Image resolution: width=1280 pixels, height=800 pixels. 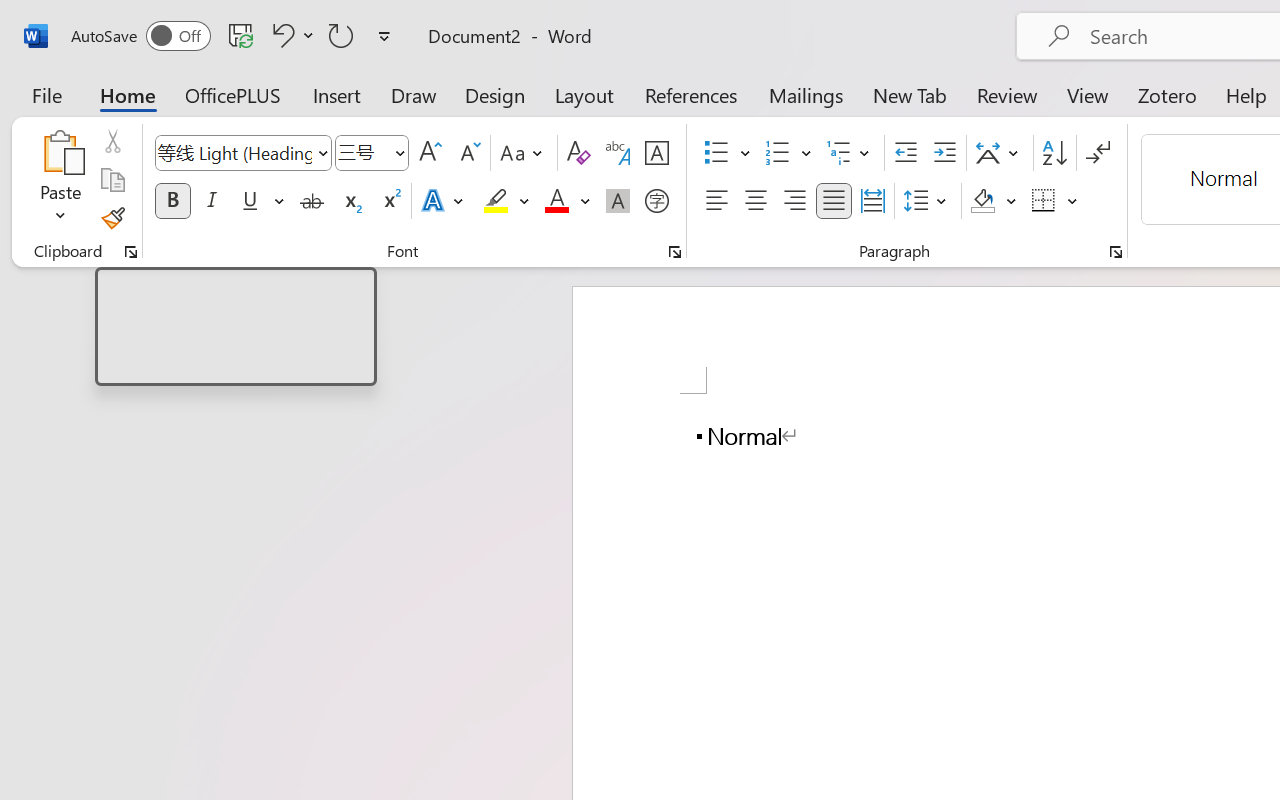 What do you see at coordinates (413, 94) in the screenshot?
I see `'Draw'` at bounding box center [413, 94].